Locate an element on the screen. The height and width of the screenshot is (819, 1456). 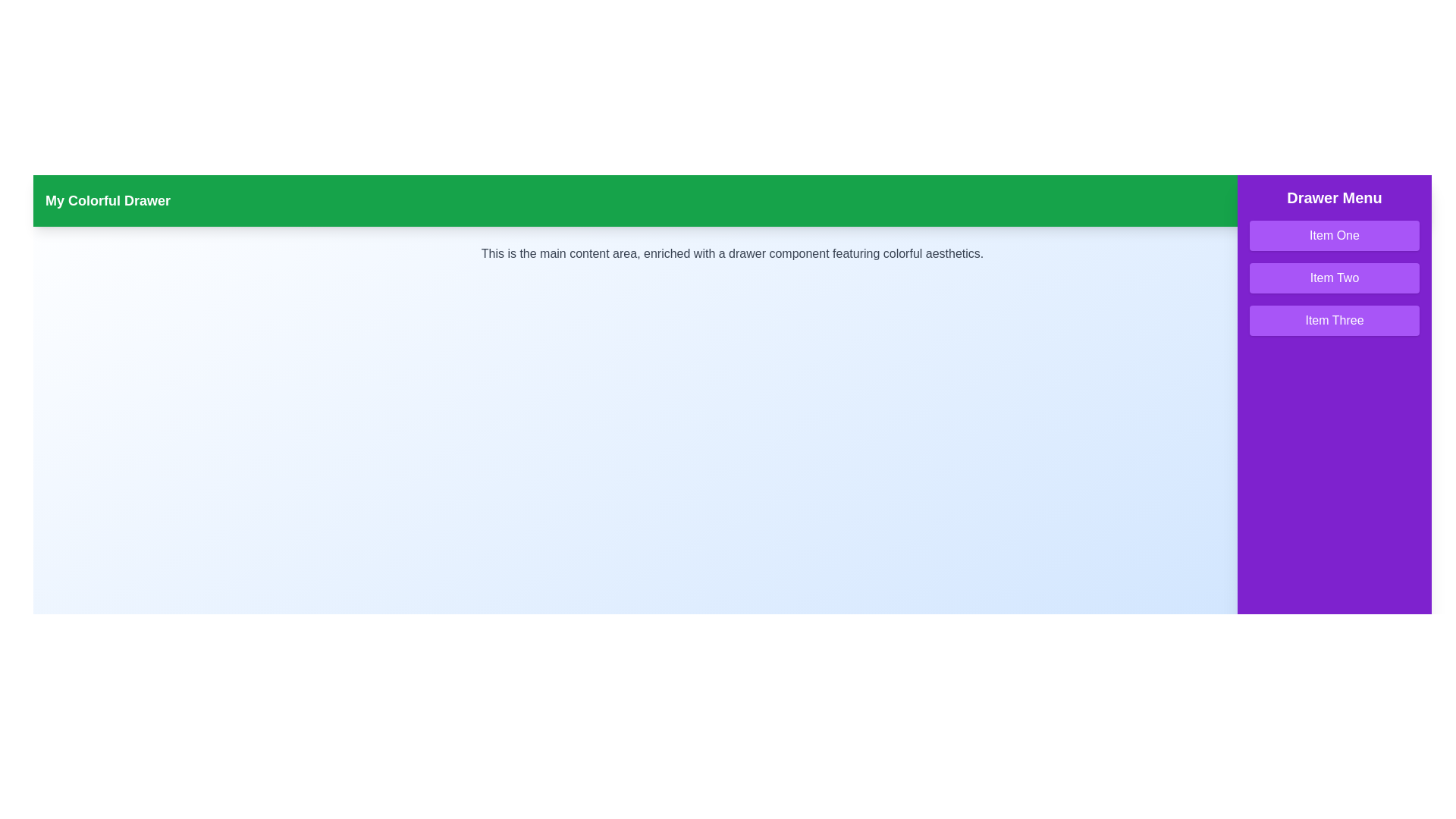
the 'Item One' button located in the purple sidebar labeled 'Drawer Menu' for accessibility navigation is located at coordinates (1335, 236).